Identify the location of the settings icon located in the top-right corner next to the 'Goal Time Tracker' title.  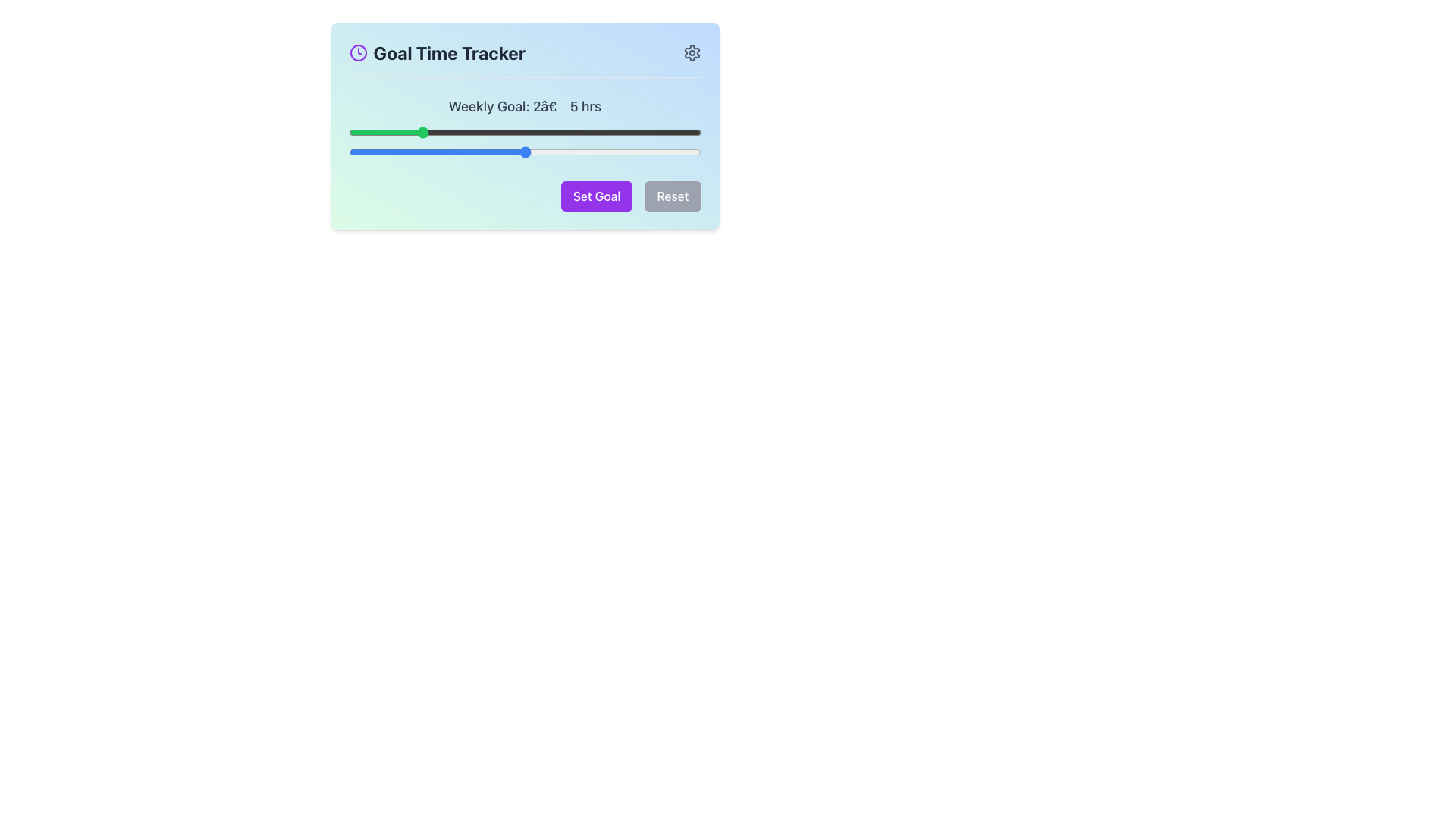
(691, 52).